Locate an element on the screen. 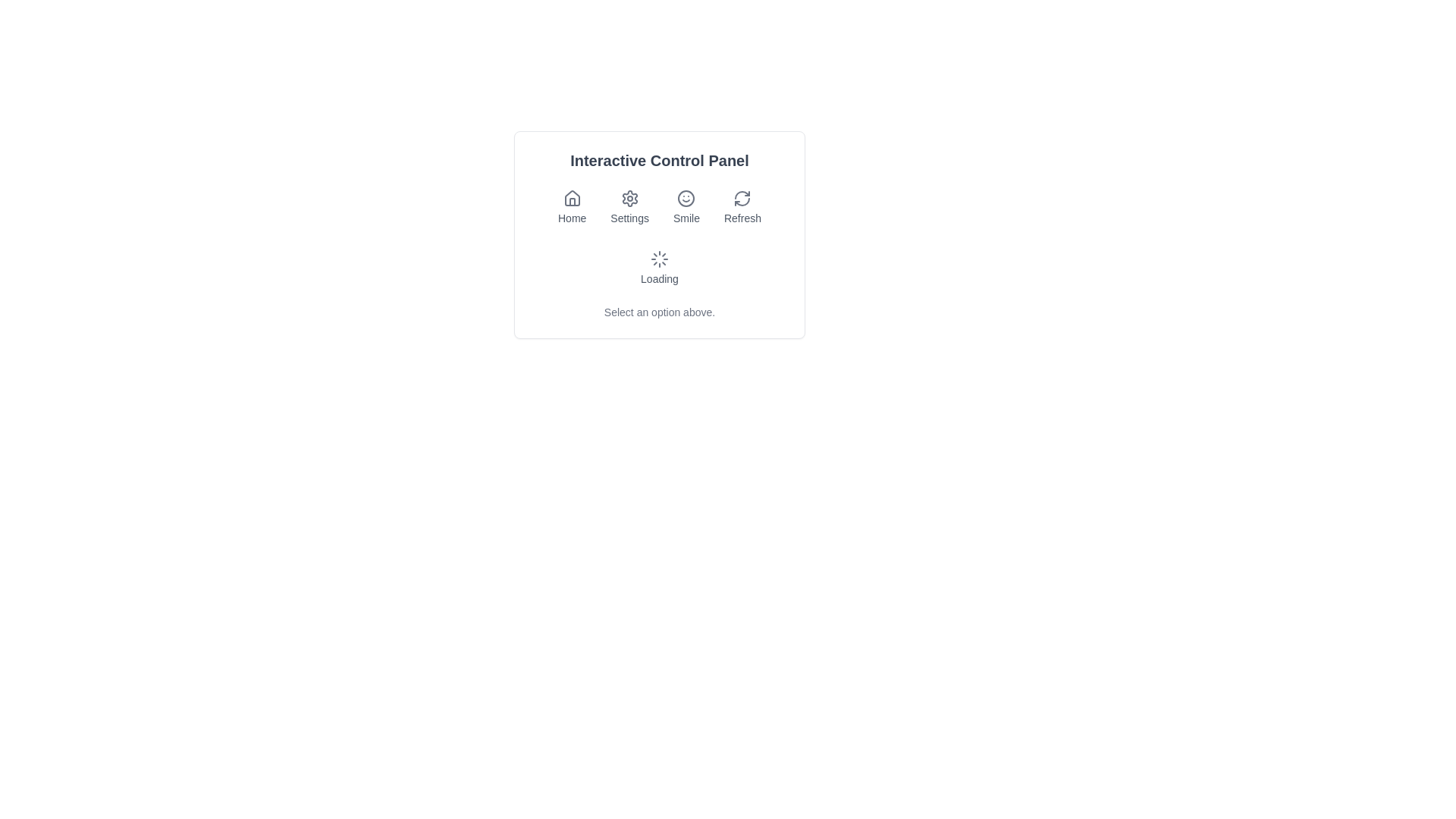 Image resolution: width=1456 pixels, height=819 pixels. the small gray gear icon representing settings, located above the label 'Settings' is located at coordinates (629, 198).